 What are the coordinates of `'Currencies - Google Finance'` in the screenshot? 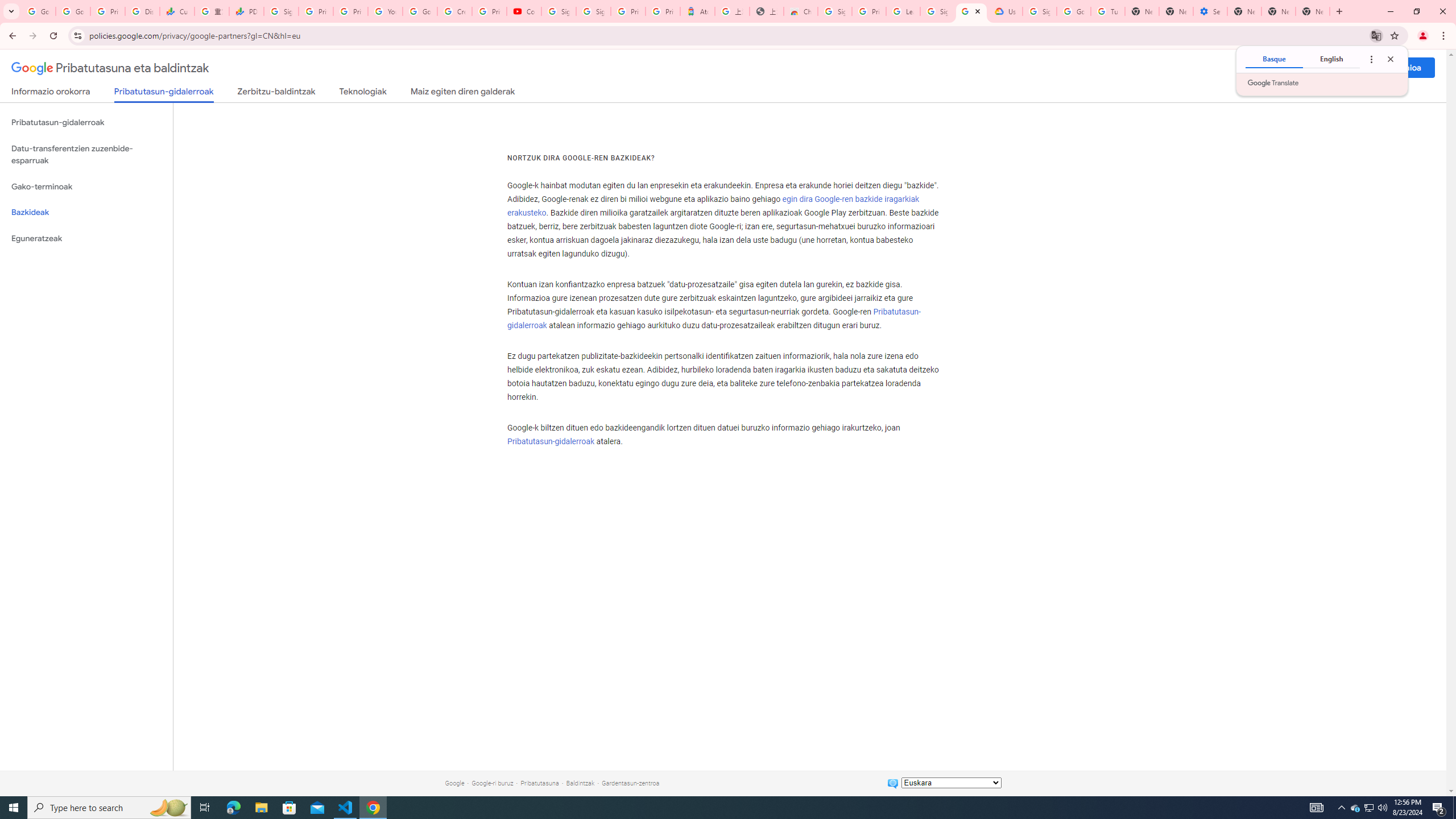 It's located at (176, 11).